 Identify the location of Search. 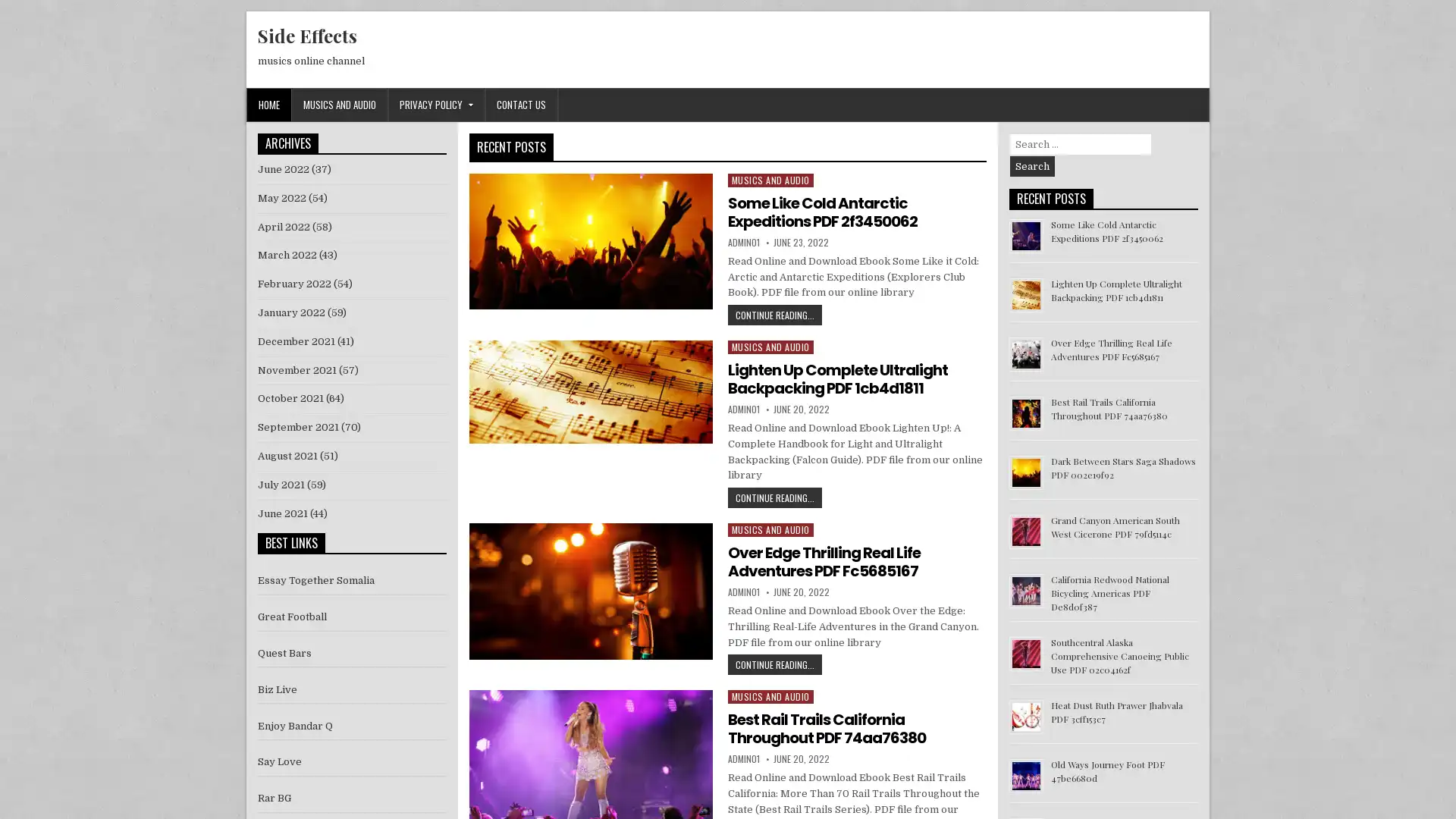
(1031, 166).